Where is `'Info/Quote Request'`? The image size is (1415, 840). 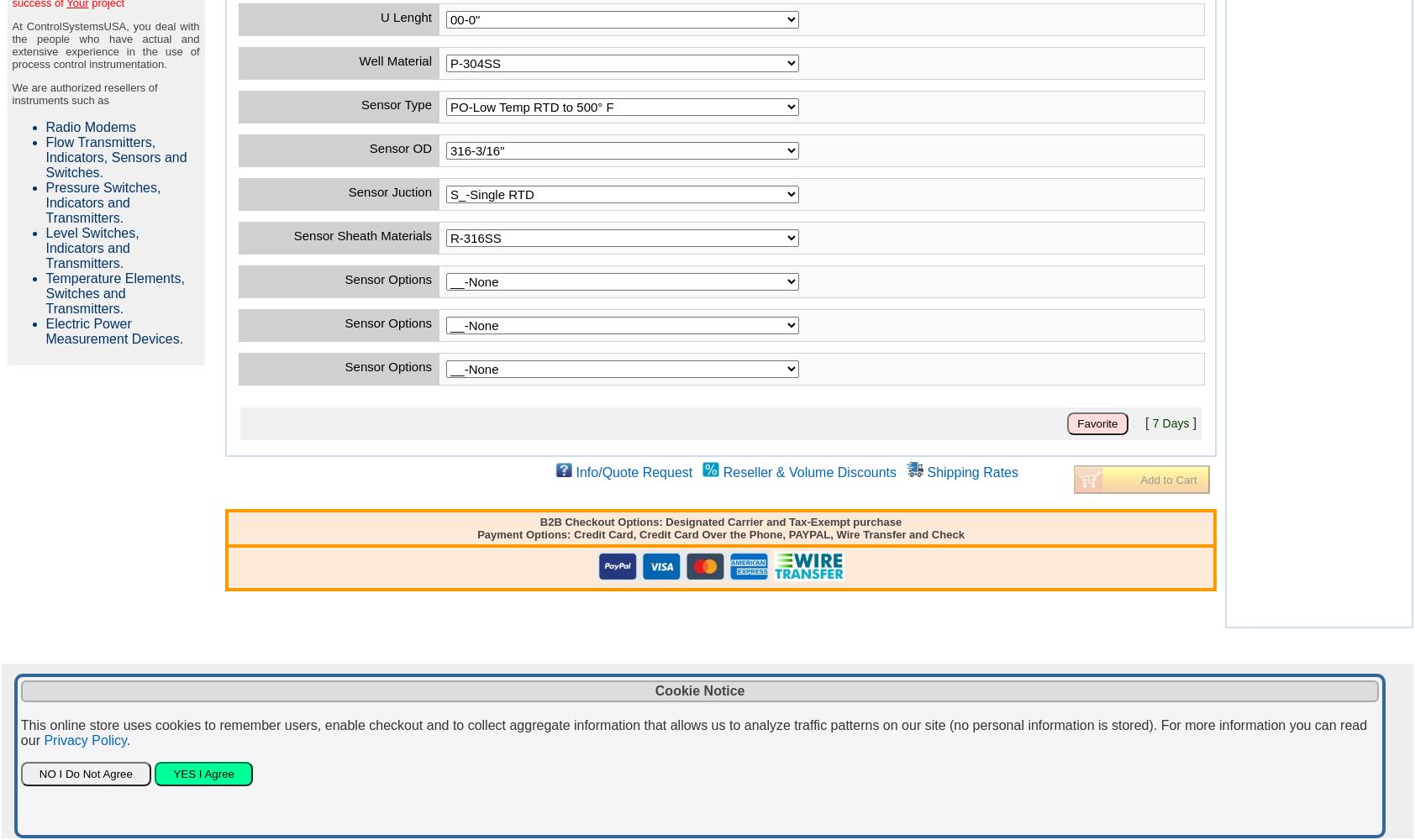 'Info/Quote Request' is located at coordinates (634, 472).